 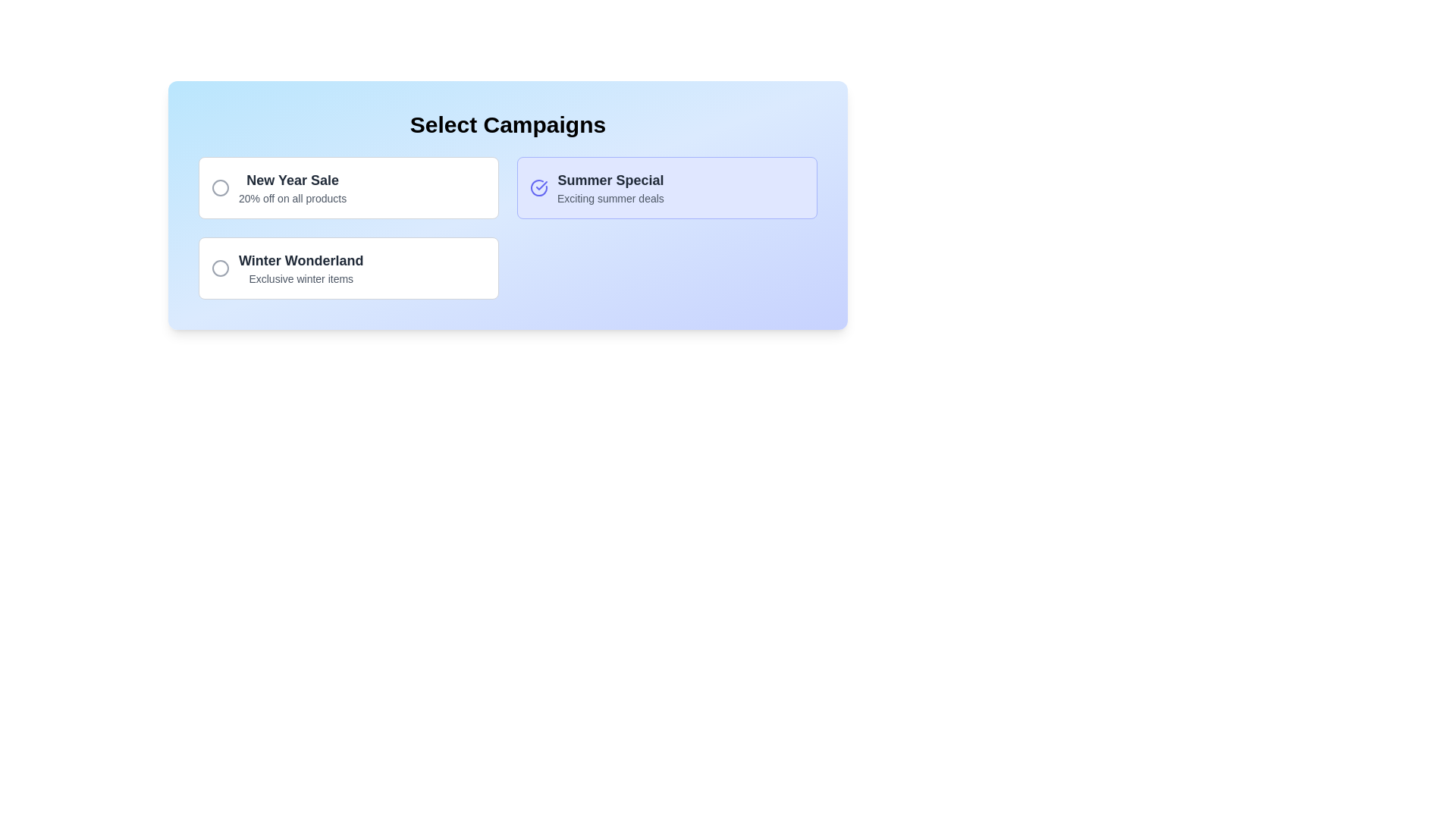 What do you see at coordinates (301, 259) in the screenshot?
I see `text displayed in the 'Winter Wonderland' campaign title label located in the bottom left panel of the 'Select Campaigns' interface, positioned above 'Exclusive winter items'` at bounding box center [301, 259].